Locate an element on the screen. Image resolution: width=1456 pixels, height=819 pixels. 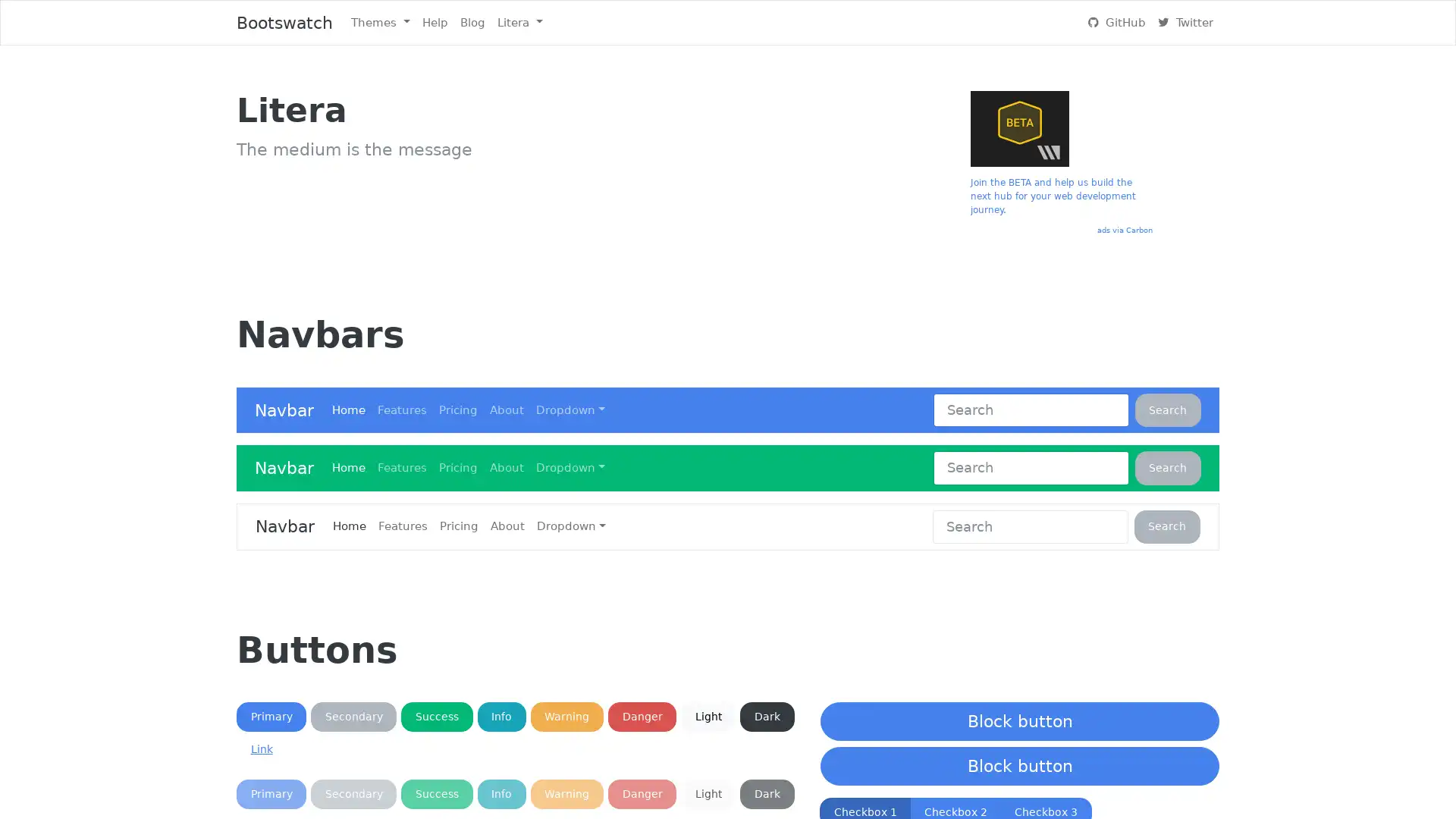
Dark is located at coordinates (767, 793).